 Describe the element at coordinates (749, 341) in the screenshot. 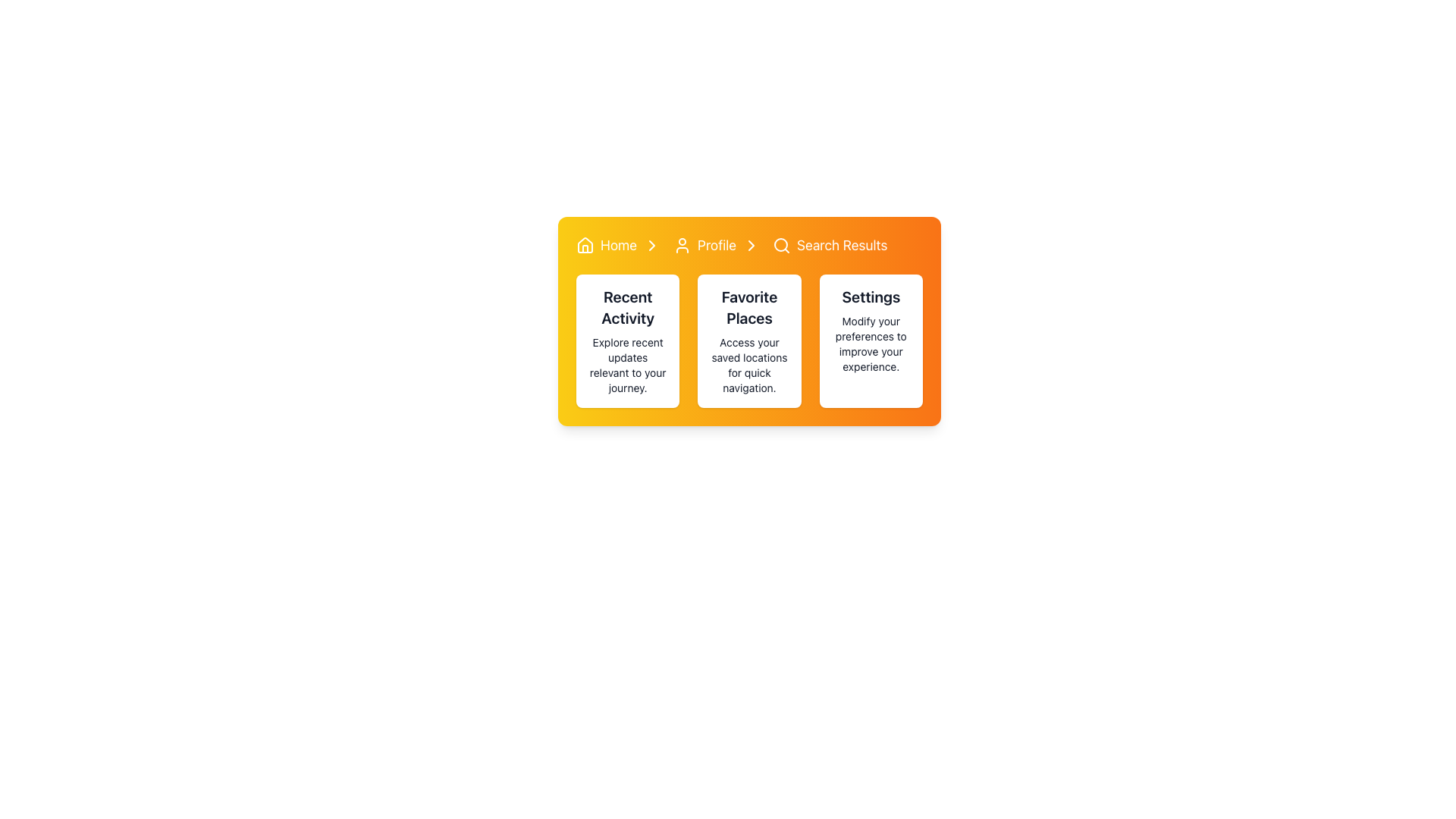

I see `the middle Informational Card in the grid that provides access to saved locations for quick navigation` at that location.